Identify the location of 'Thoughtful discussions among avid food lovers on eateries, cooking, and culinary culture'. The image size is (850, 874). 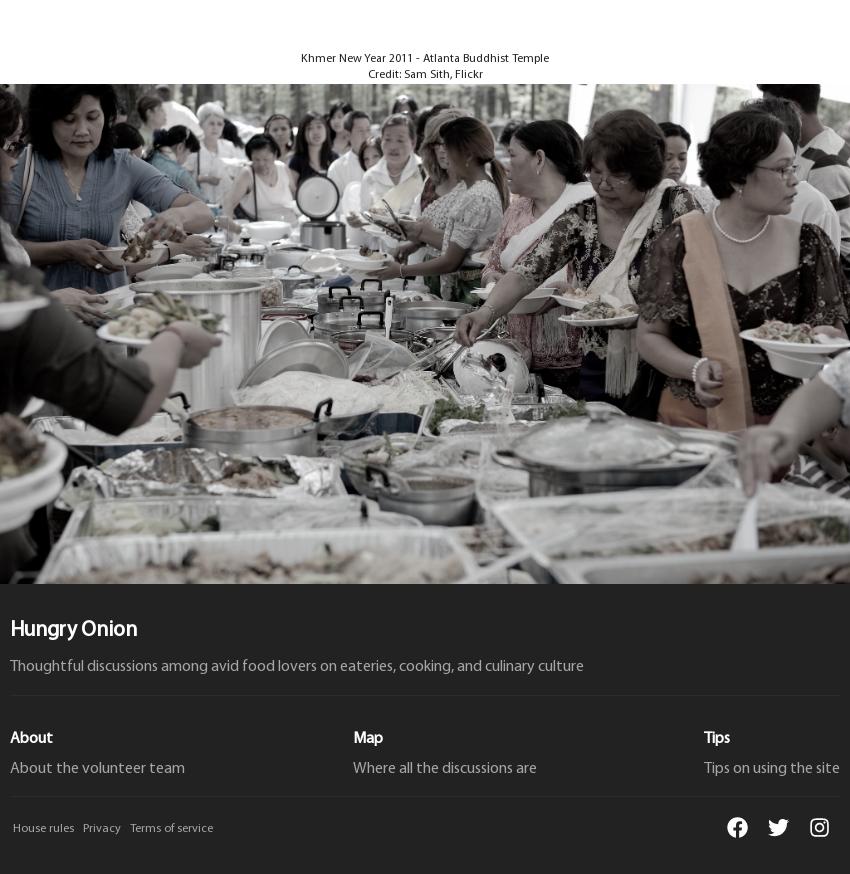
(295, 667).